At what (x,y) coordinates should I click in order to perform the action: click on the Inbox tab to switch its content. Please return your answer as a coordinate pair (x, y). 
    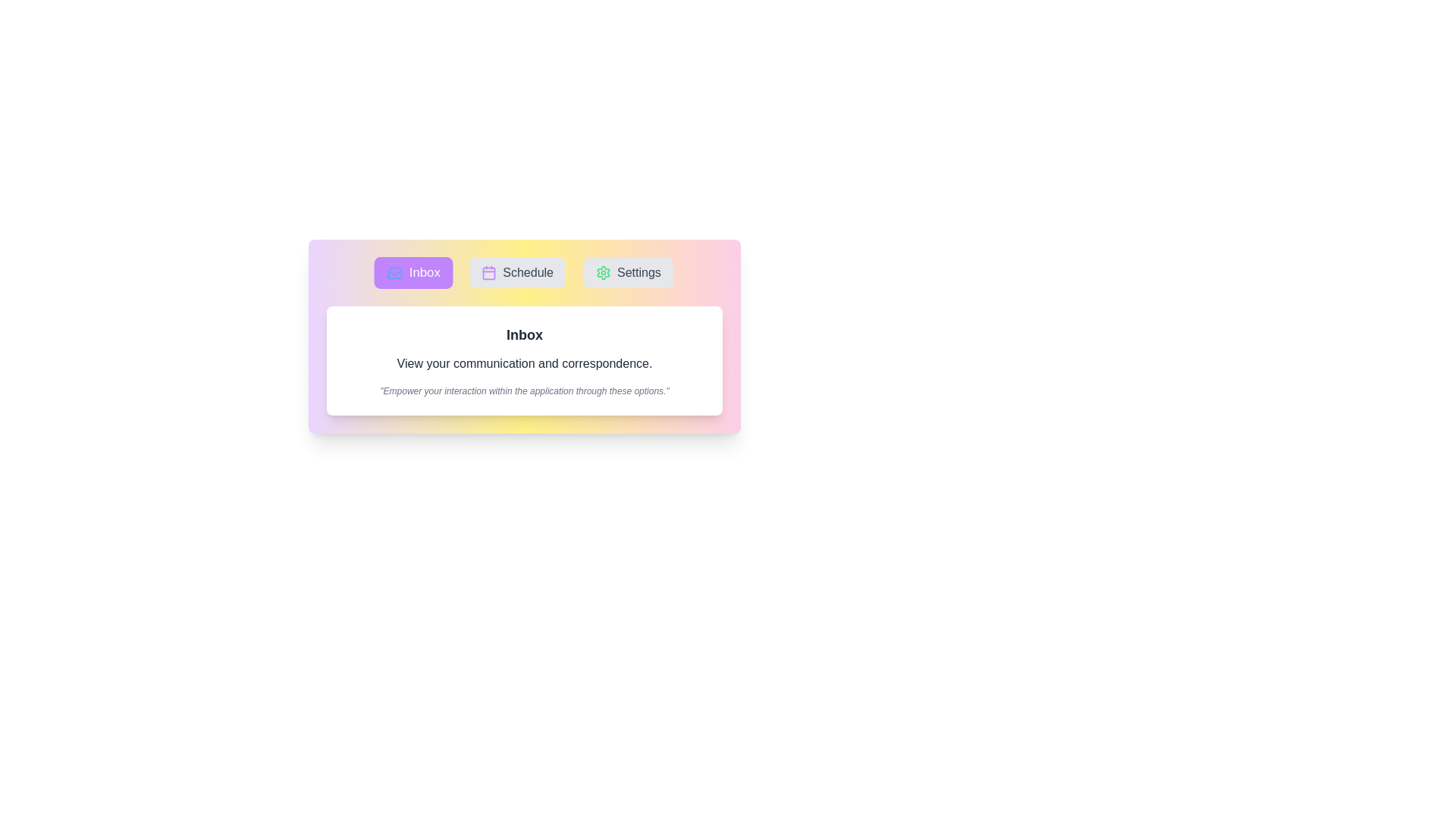
    Looking at the image, I should click on (413, 271).